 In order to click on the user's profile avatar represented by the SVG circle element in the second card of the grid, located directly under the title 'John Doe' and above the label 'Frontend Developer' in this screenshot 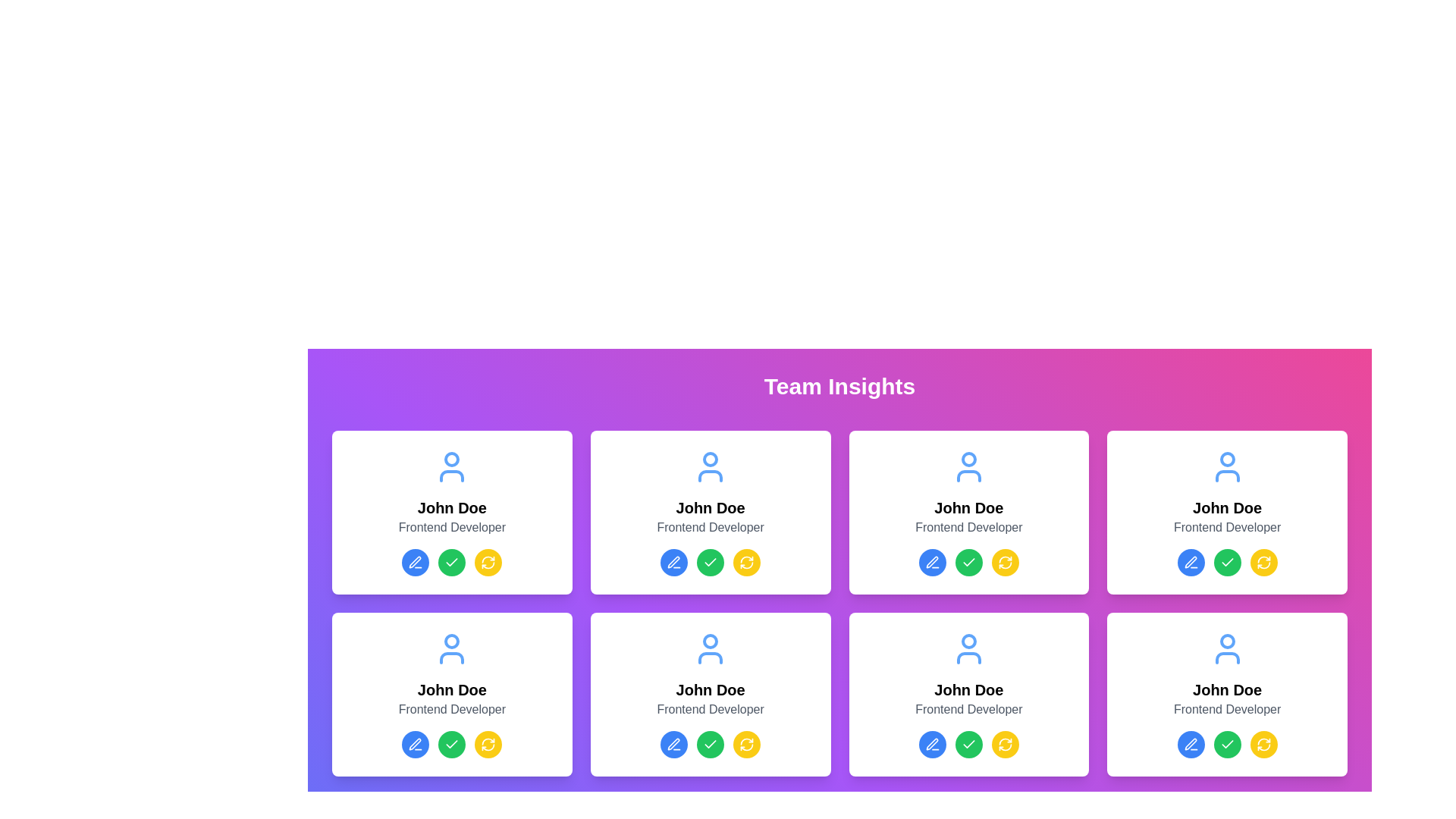, I will do `click(968, 458)`.